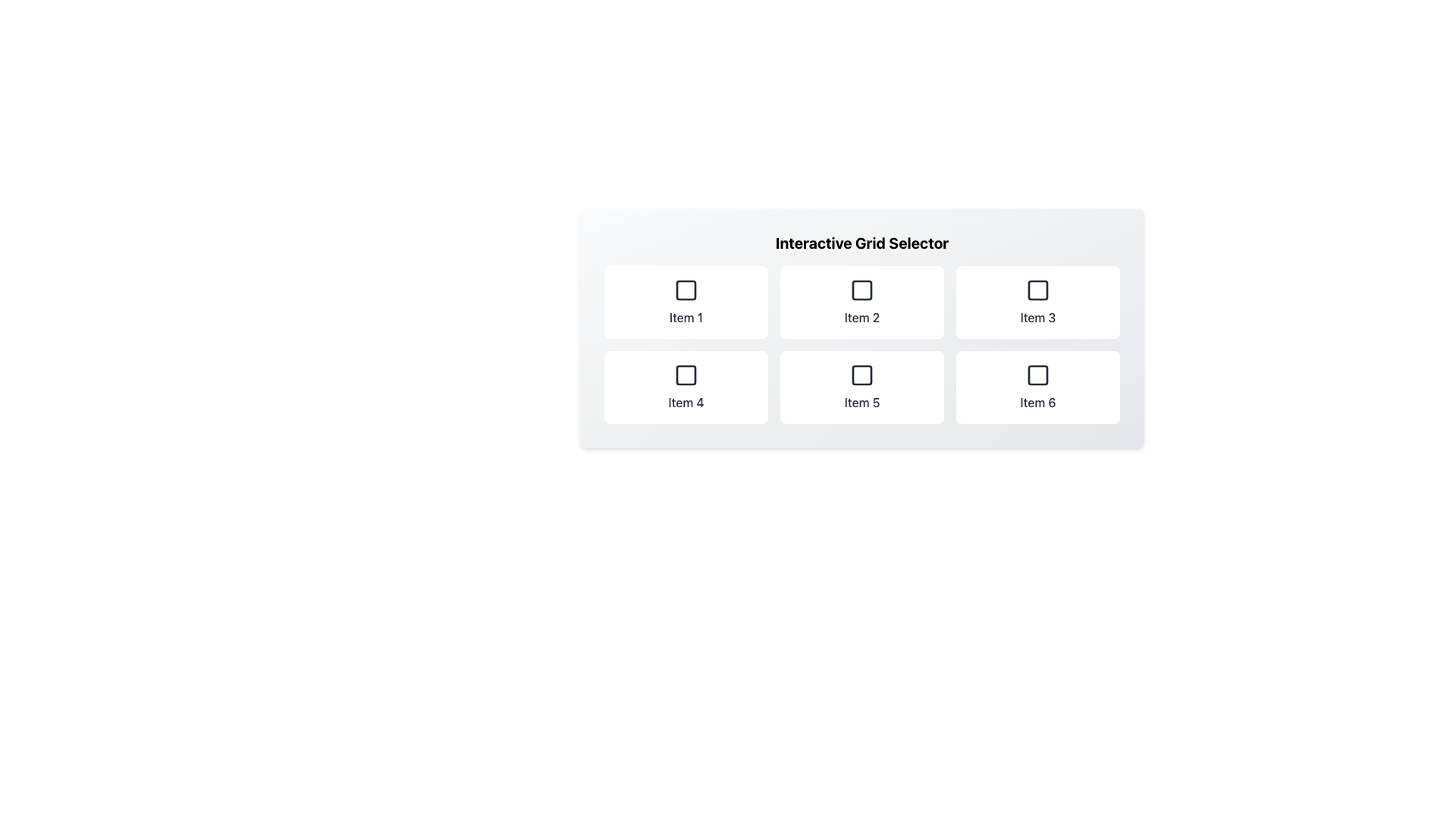 The image size is (1456, 819). I want to click on the Text Label displaying 'Item 1' located below the icon in the top-left item of a 2x3 grid layout, so click(685, 317).